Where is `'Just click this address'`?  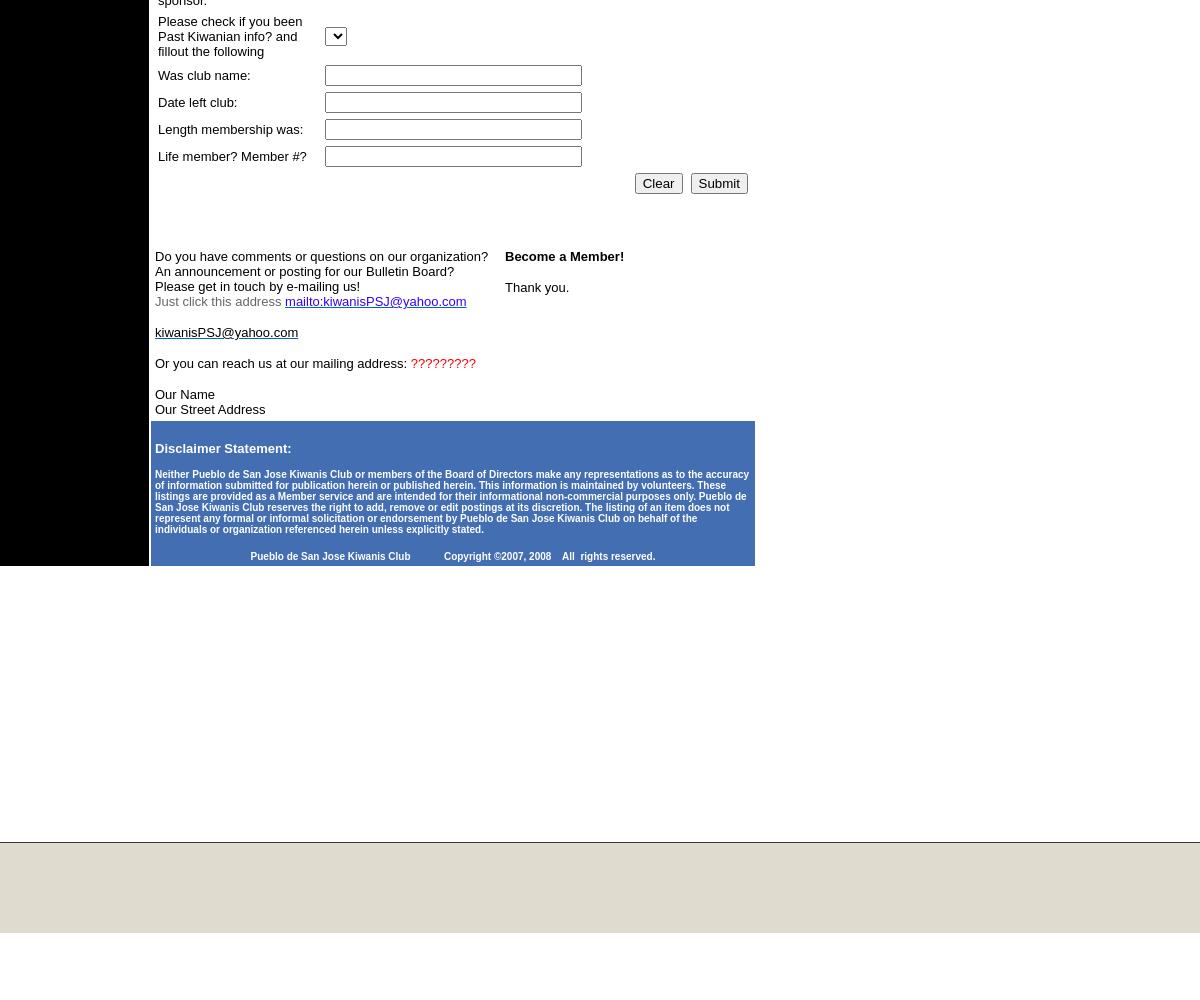
'Just click this address' is located at coordinates (218, 301).